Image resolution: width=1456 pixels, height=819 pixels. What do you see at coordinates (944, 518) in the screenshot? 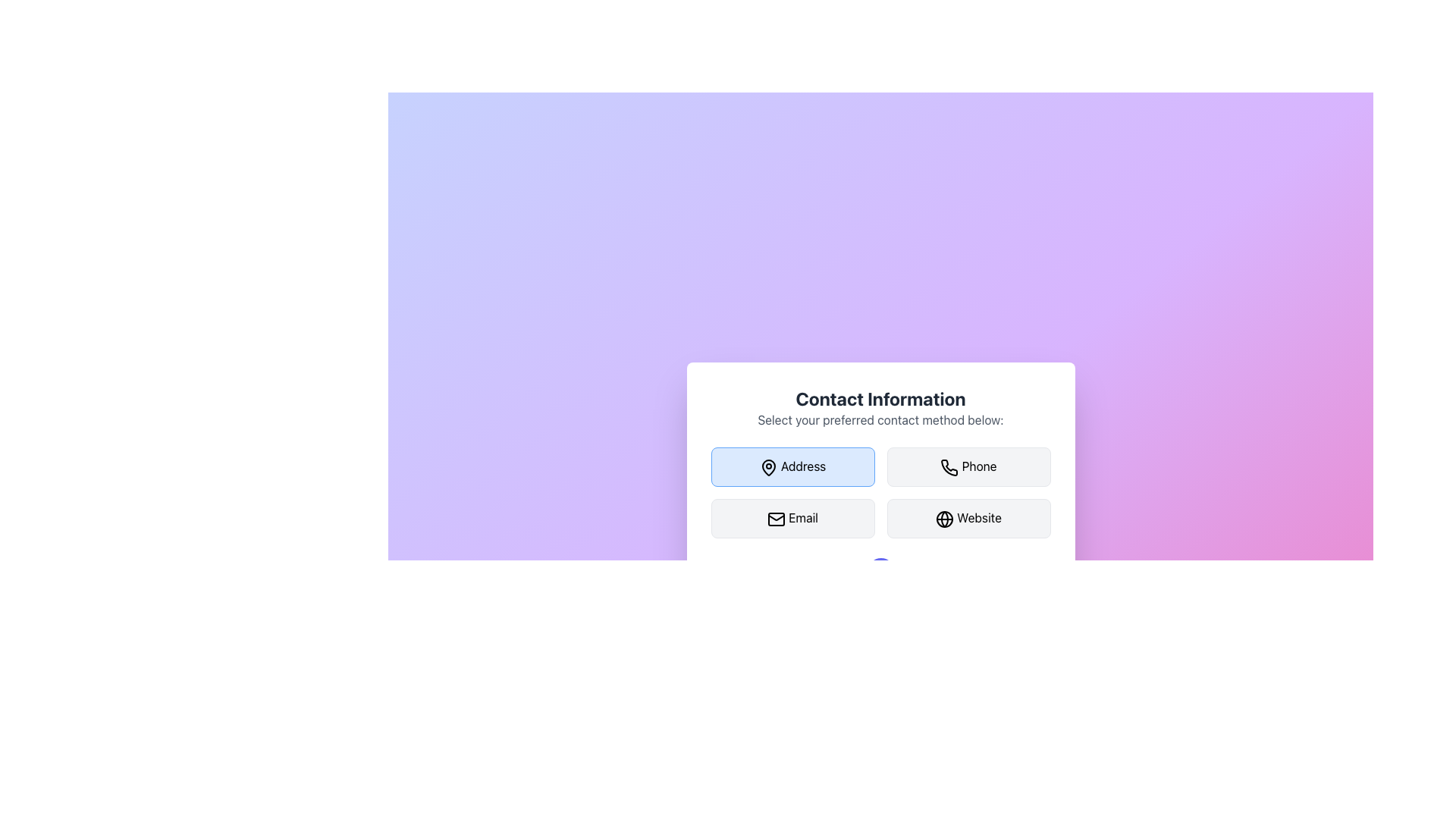
I see `the 'Website' icon located in the Contact Information section` at bounding box center [944, 518].